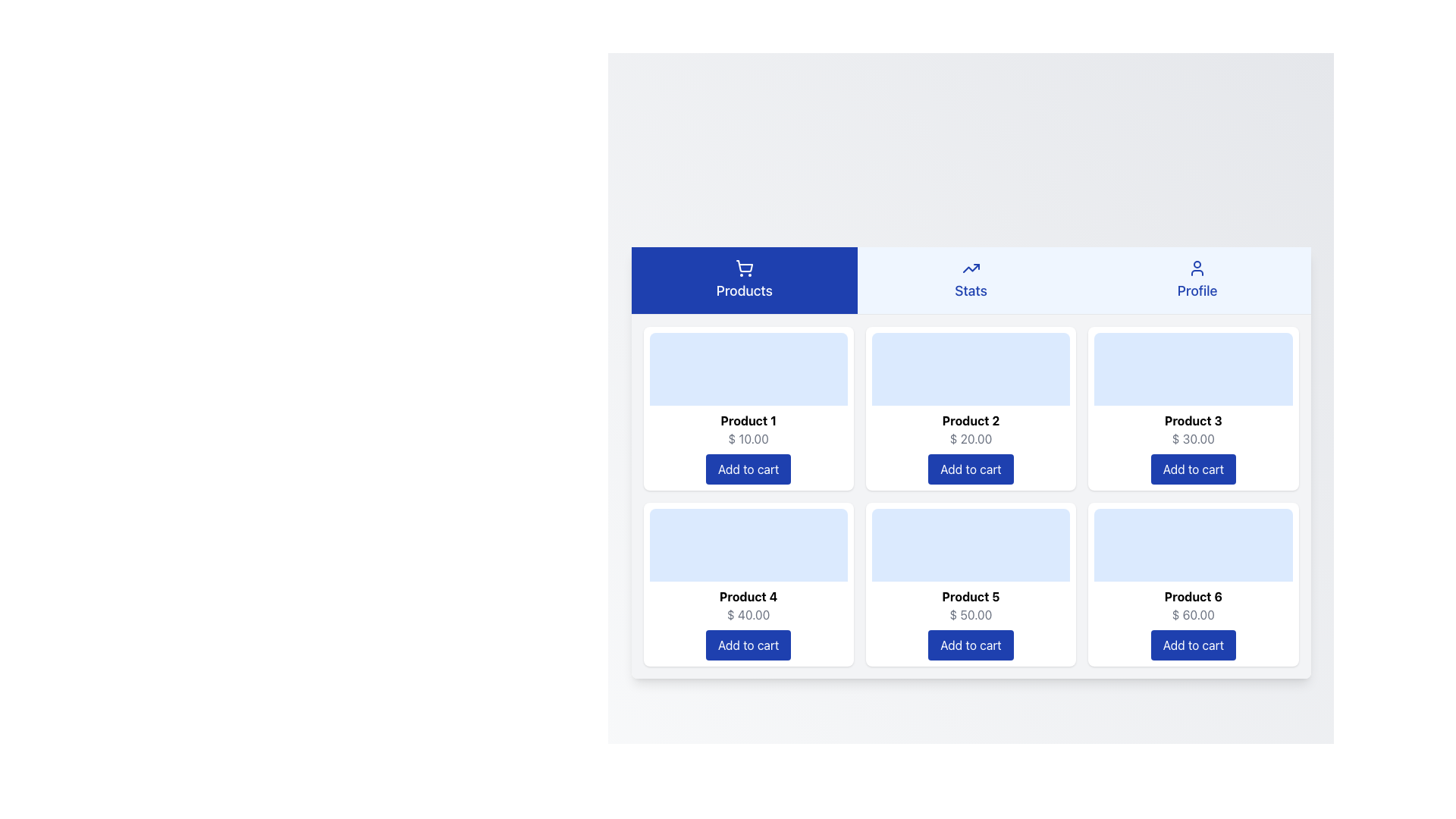 The width and height of the screenshot is (1456, 819). I want to click on product details of Product 6 located in the third column of the second row of the product grid, so click(1192, 583).